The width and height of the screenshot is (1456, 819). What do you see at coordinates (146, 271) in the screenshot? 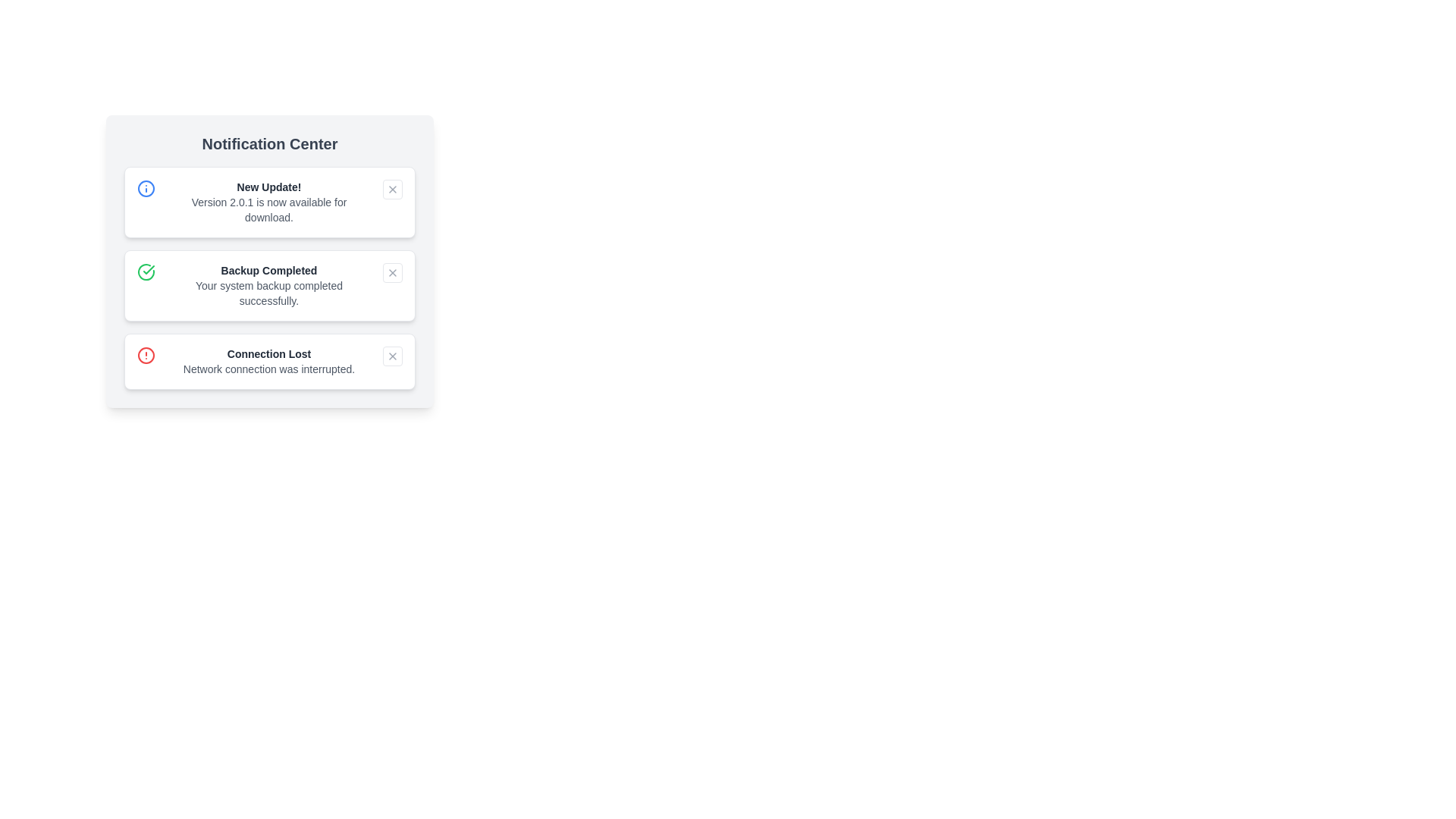
I see `the green circular icon with a checkmark located inside the second notification card in the 'Notification Center' section, positioned to the left of the text 'Backup Completed'` at bounding box center [146, 271].